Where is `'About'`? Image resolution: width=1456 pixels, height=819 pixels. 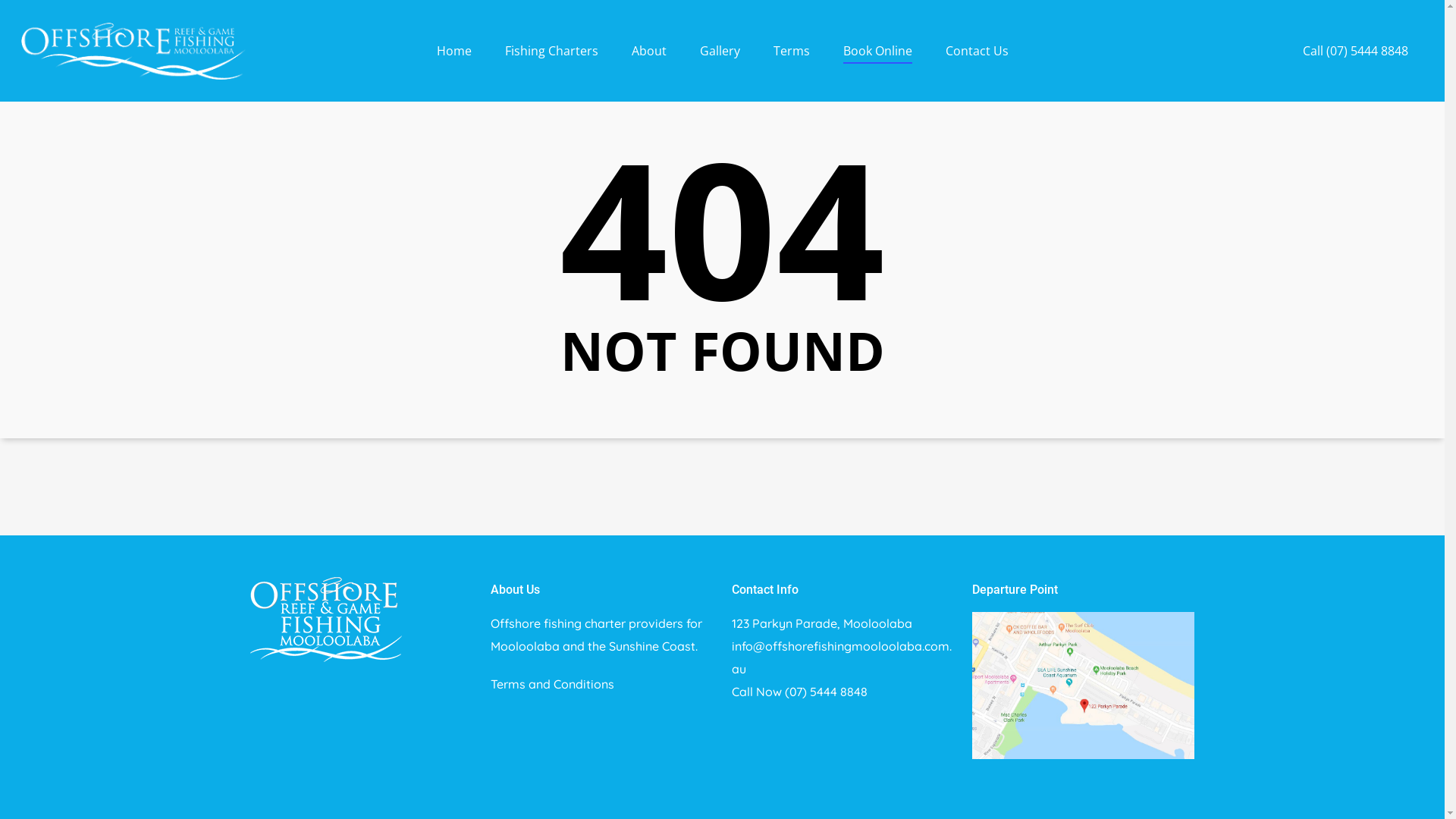
'About' is located at coordinates (648, 61).